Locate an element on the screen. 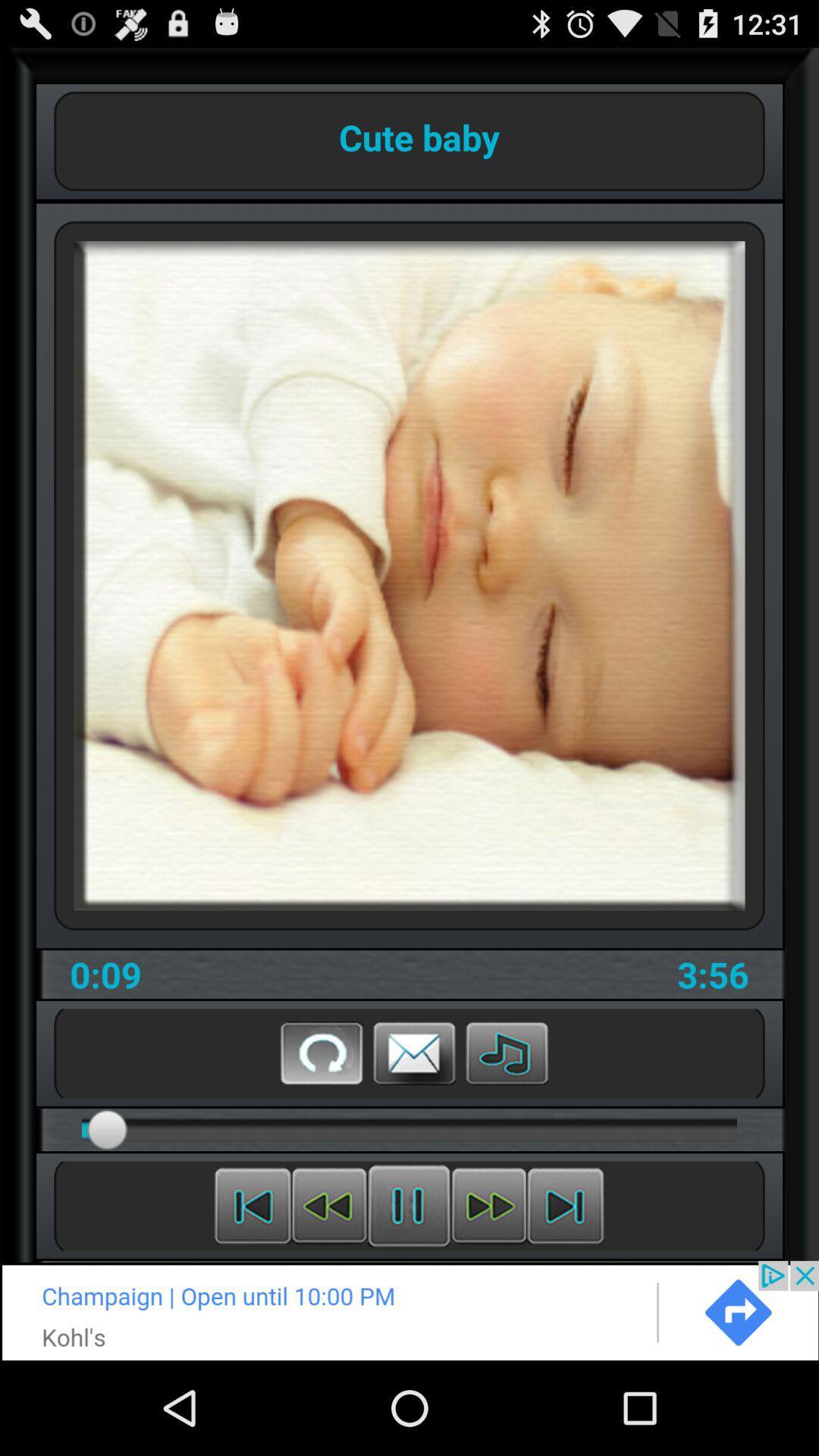  the av_forward icon is located at coordinates (488, 1290).